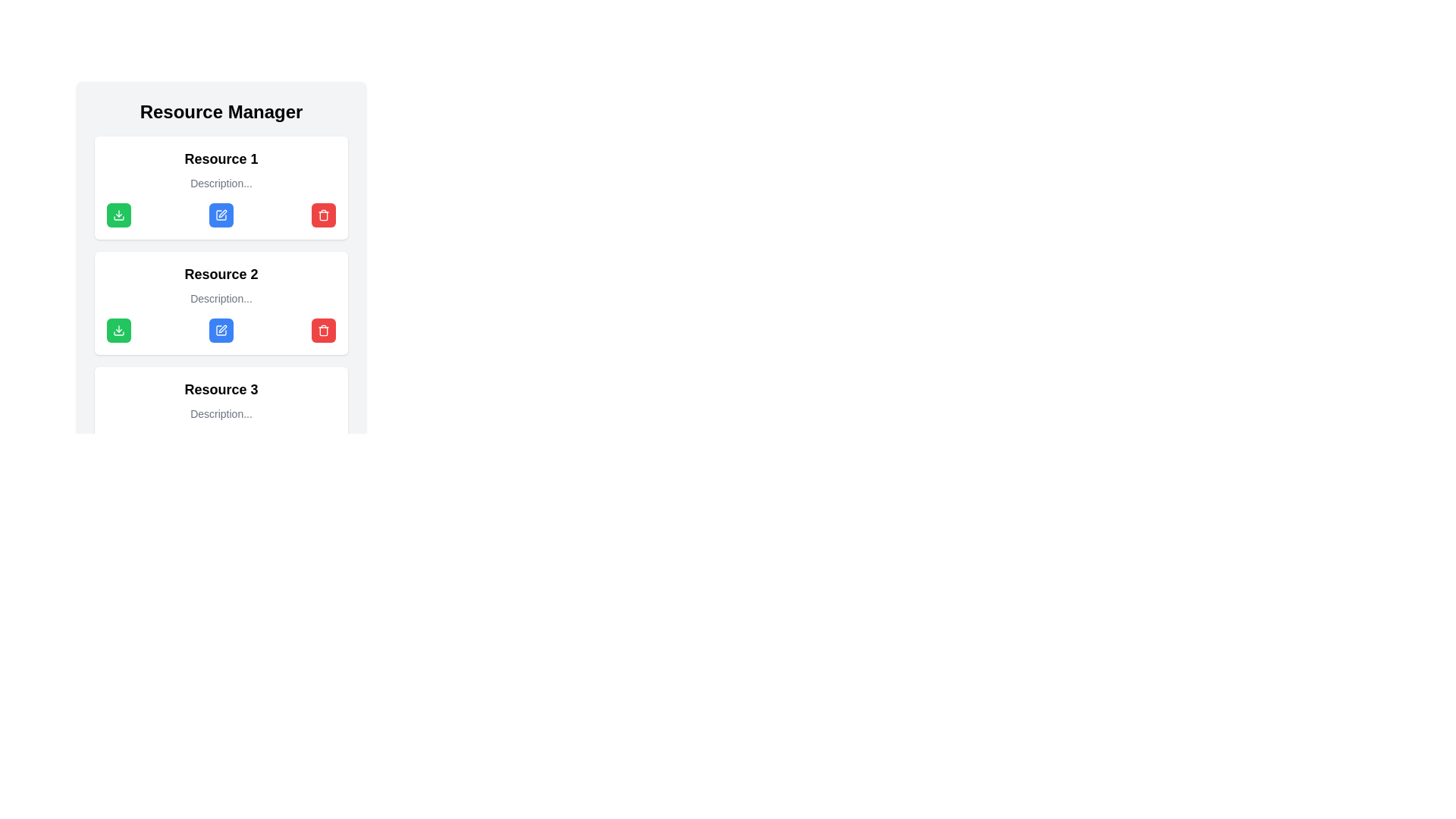 Image resolution: width=1456 pixels, height=819 pixels. I want to click on the red delete button with a white trashcan icon on the far-right side of the row, so click(323, 215).